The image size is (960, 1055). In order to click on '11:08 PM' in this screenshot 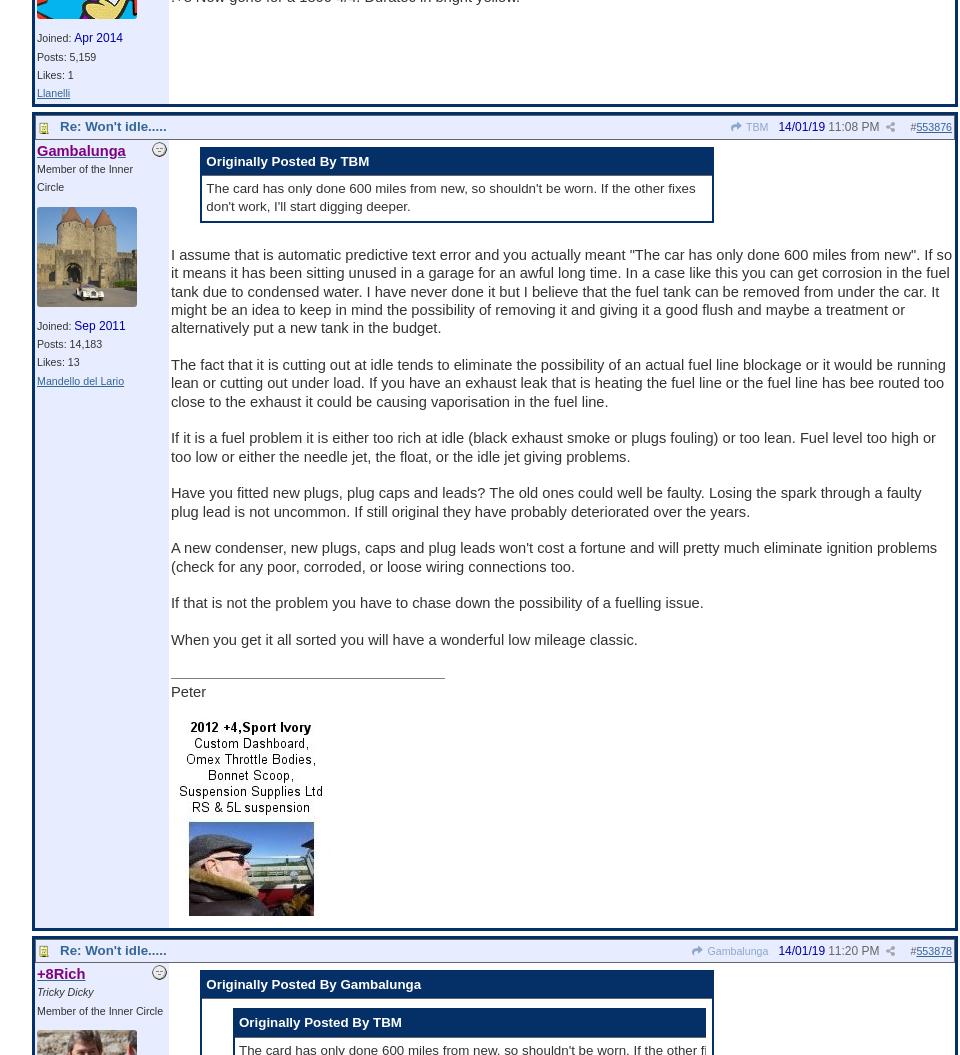, I will do `click(828, 127)`.